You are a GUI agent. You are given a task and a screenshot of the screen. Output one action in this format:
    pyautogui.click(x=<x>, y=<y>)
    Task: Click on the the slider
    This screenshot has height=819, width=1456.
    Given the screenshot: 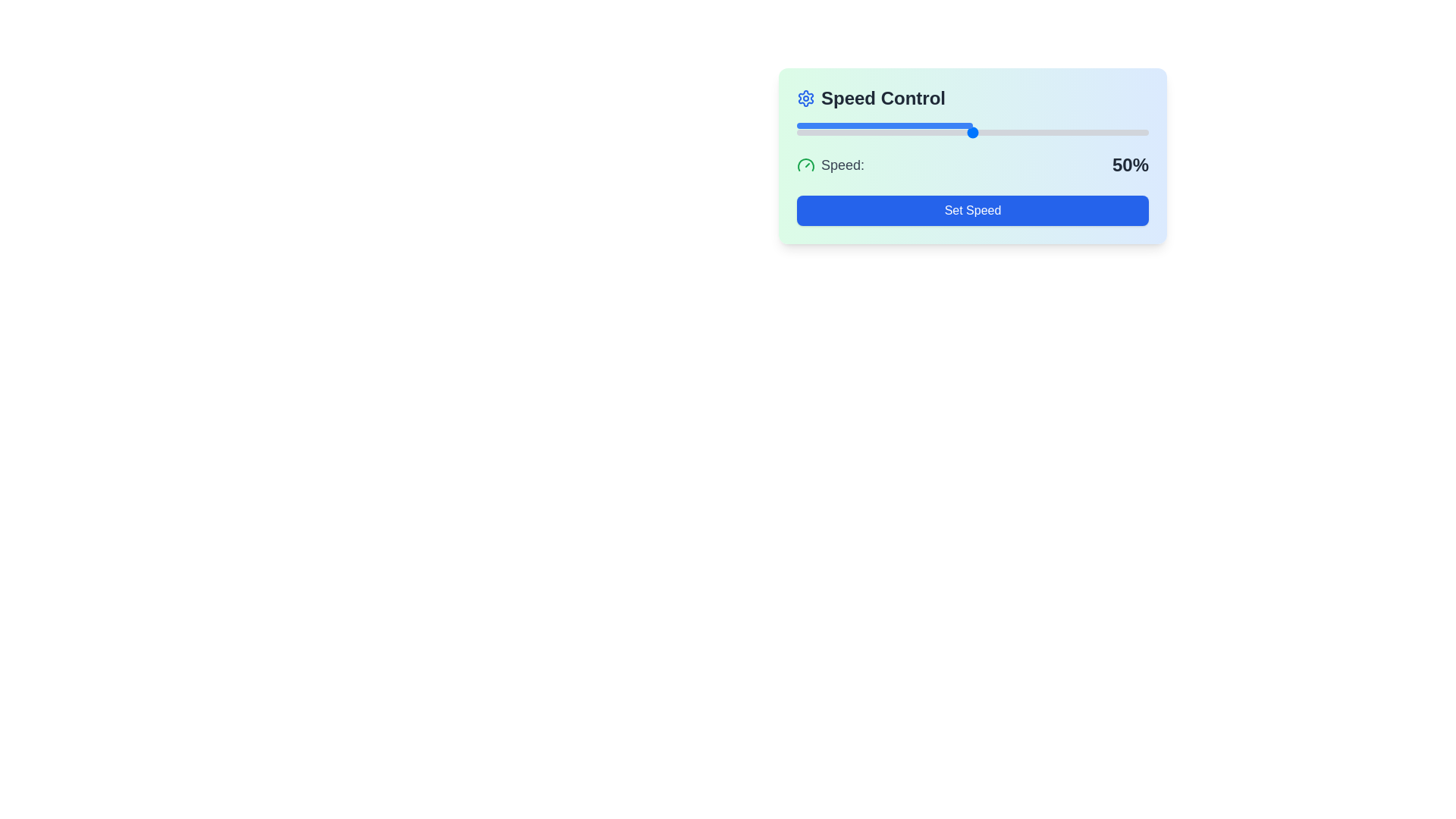 What is the action you would take?
    pyautogui.click(x=902, y=131)
    